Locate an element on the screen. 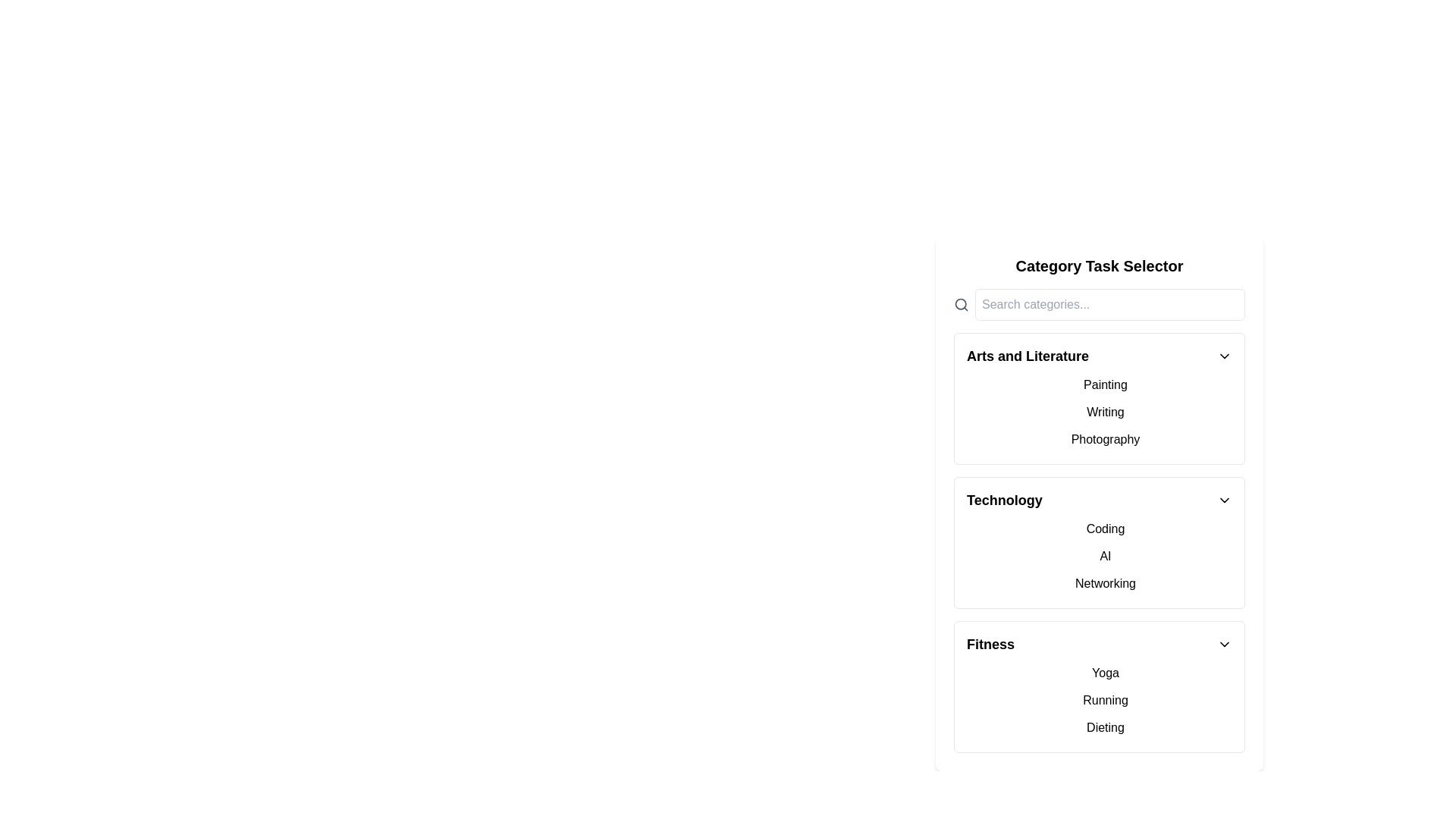  the 'AI' category text is located at coordinates (1106, 556).